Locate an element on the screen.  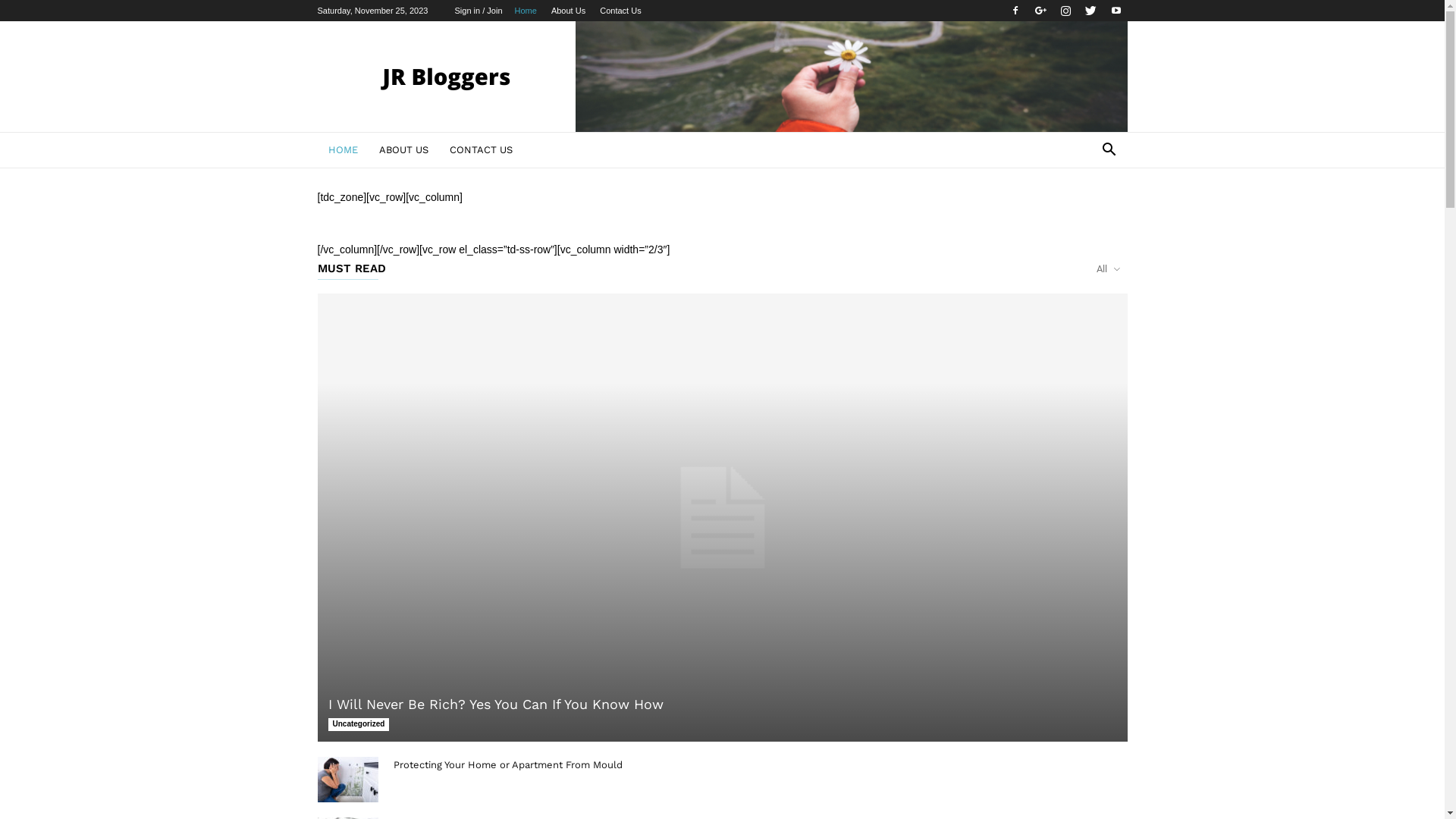
'Sign in / Join' is located at coordinates (478, 11).